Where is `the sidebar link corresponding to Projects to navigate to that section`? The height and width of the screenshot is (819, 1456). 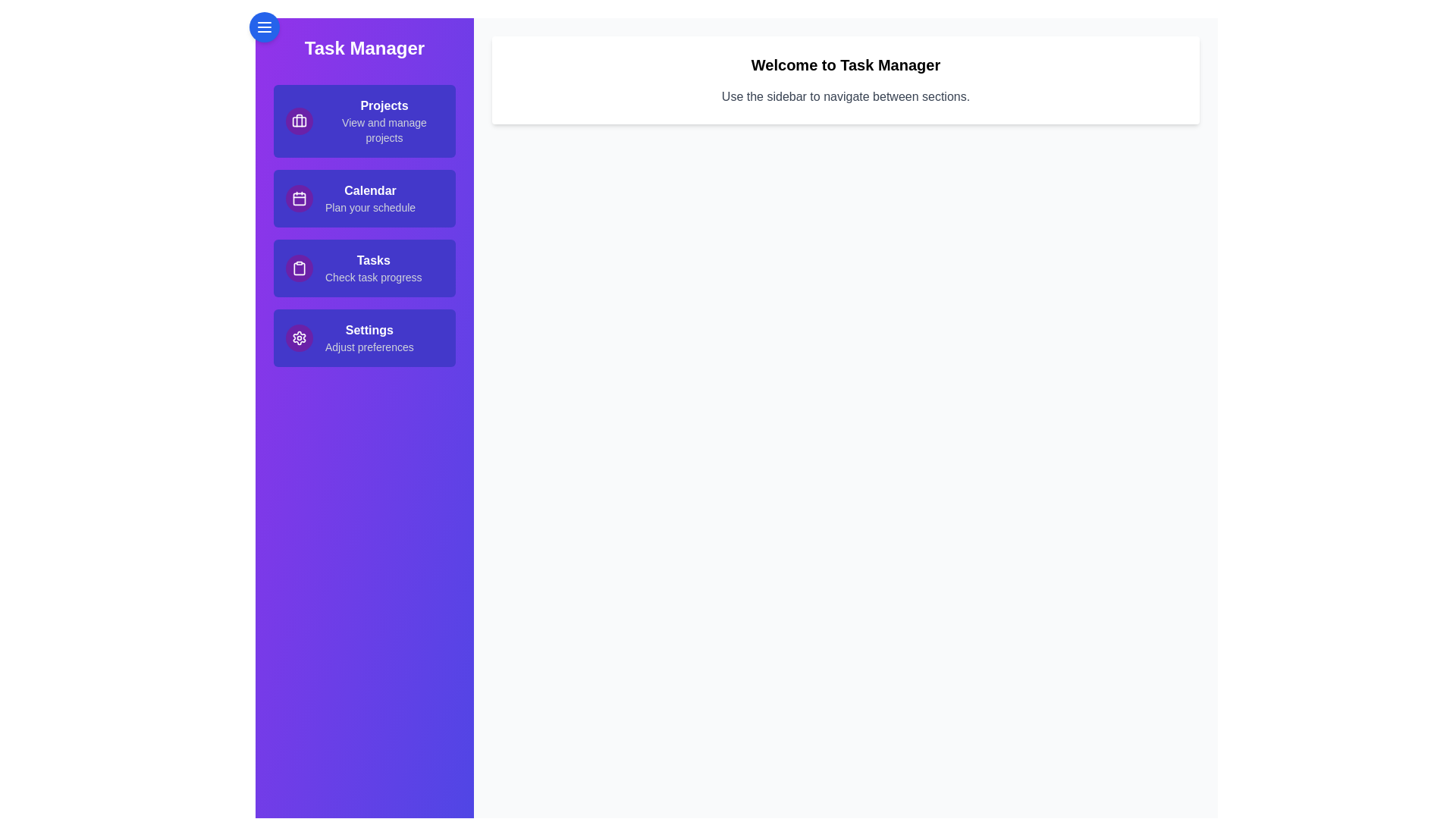 the sidebar link corresponding to Projects to navigate to that section is located at coordinates (364, 120).